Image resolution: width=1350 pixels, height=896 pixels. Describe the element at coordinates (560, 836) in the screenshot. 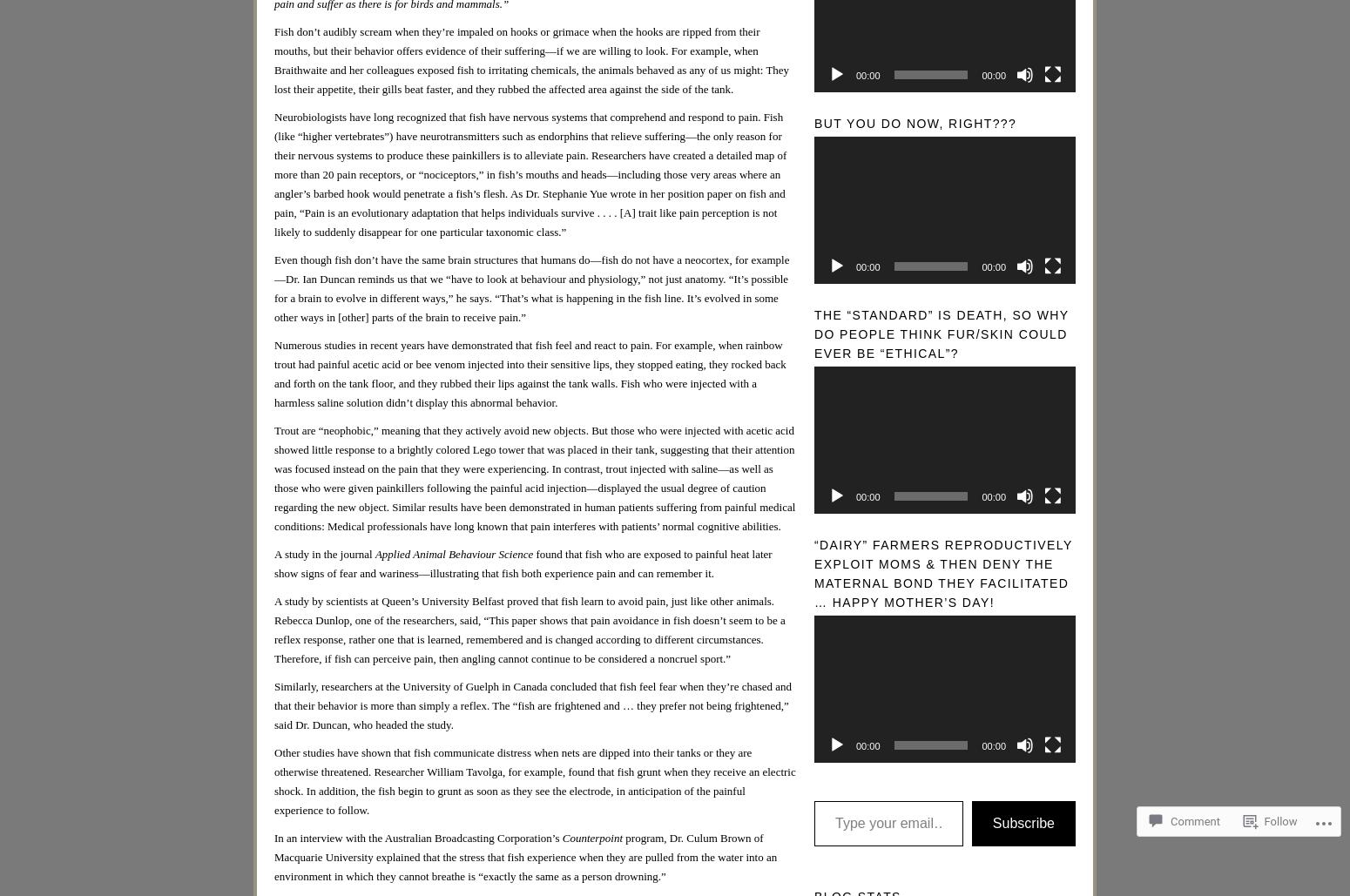

I see `'Counterpoint'` at that location.